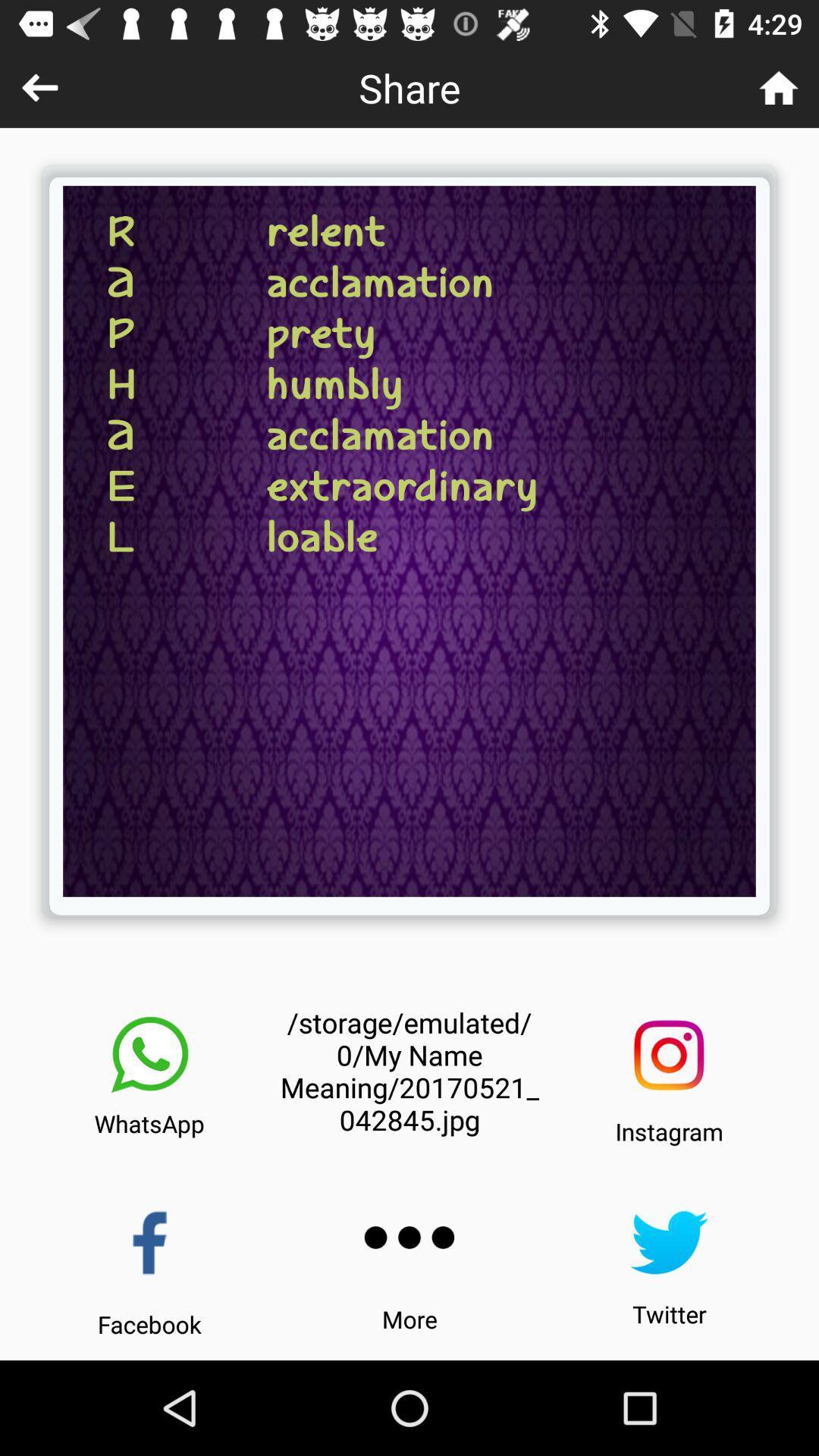  I want to click on go home, so click(779, 86).